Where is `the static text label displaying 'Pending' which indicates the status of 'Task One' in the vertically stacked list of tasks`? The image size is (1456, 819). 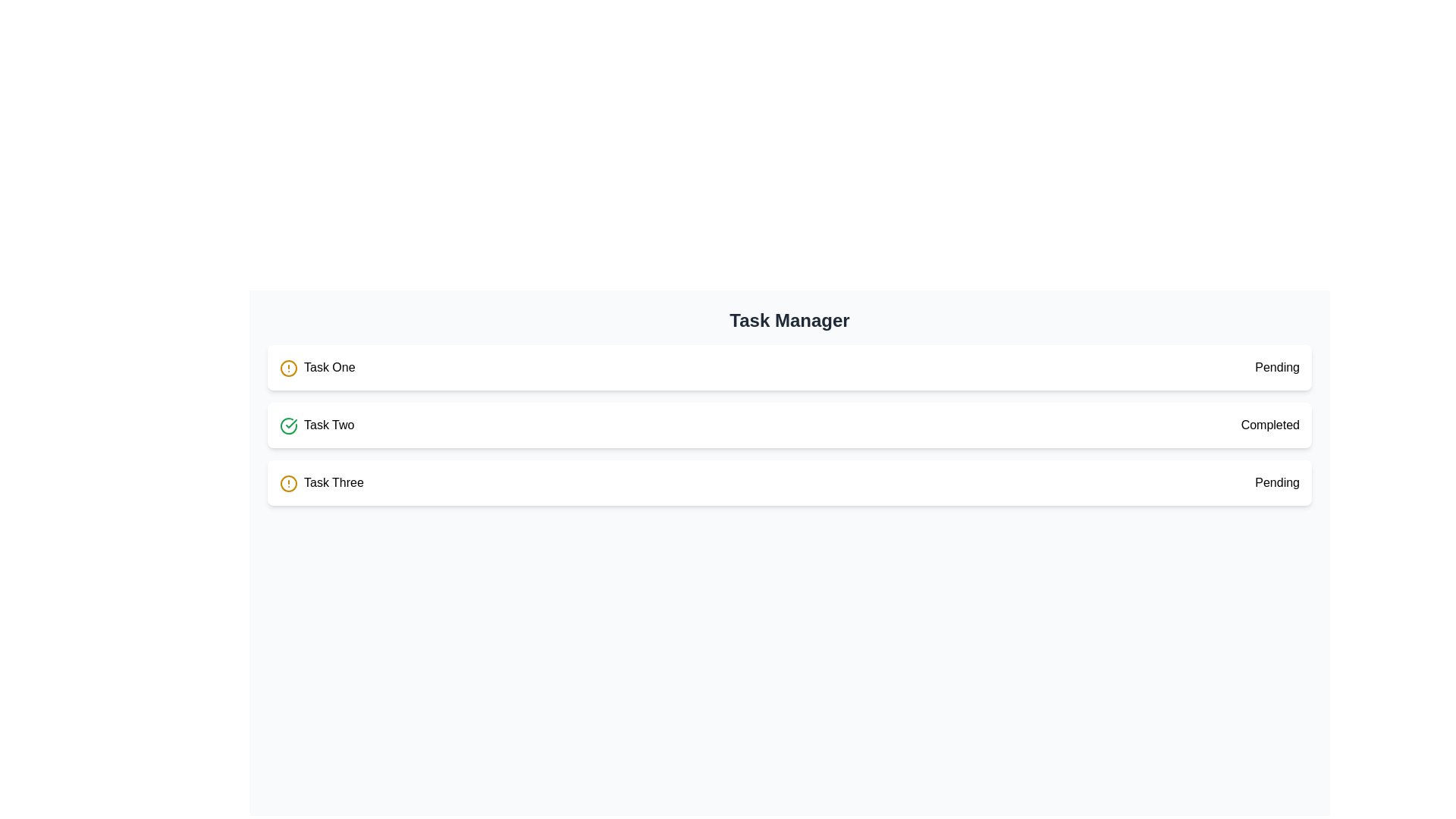
the static text label displaying 'Pending' which indicates the status of 'Task One' in the vertically stacked list of tasks is located at coordinates (1276, 368).